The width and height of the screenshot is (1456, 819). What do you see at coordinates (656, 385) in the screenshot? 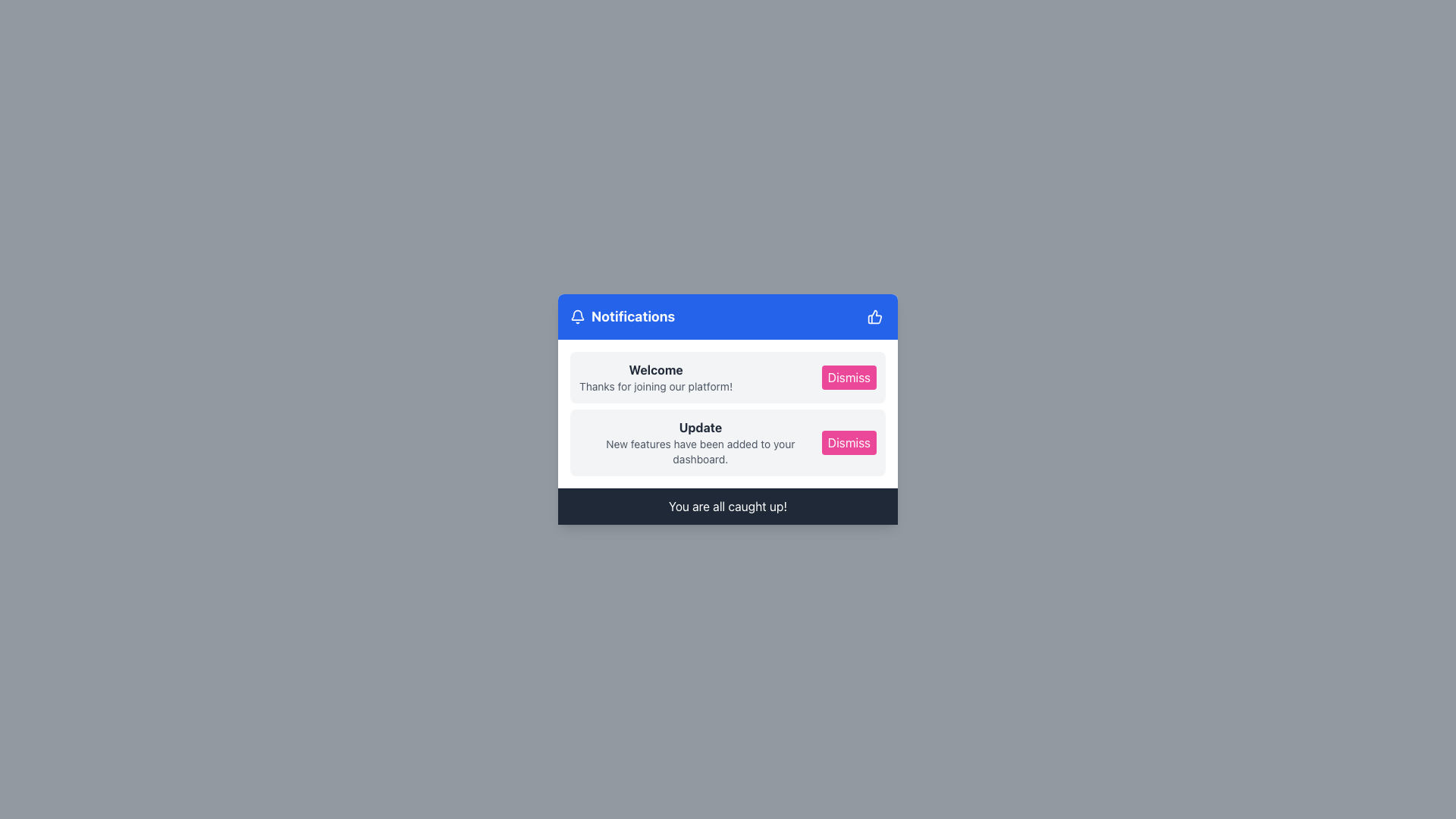
I see `the supportive text block located directly beneath the 'Welcome' headline within the notification card` at bounding box center [656, 385].